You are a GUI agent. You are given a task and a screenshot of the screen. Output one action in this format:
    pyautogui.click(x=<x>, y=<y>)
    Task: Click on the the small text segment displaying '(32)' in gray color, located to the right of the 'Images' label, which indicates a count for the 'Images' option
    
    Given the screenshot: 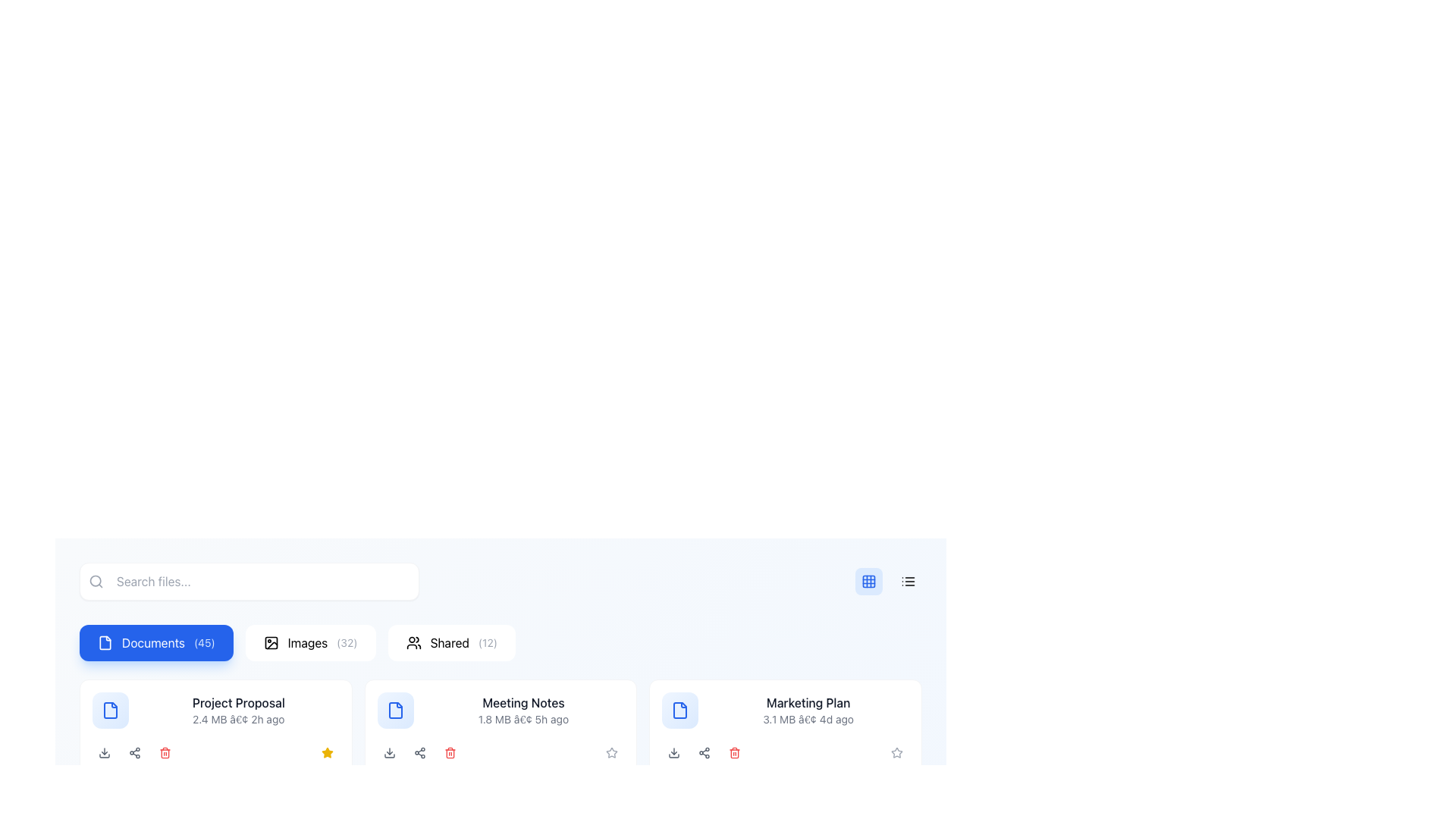 What is the action you would take?
    pyautogui.click(x=346, y=643)
    